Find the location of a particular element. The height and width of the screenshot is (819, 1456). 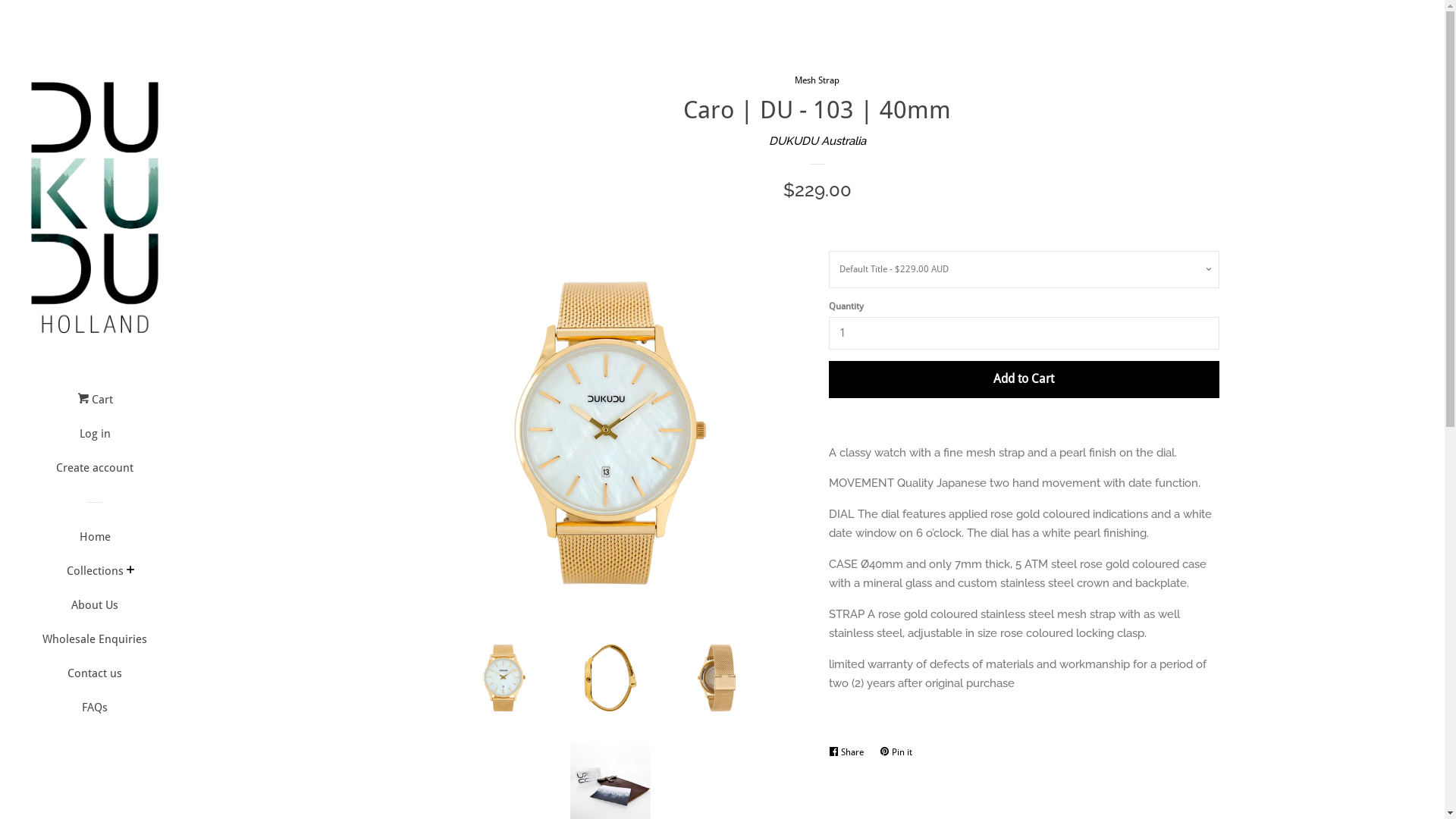

'About Us' is located at coordinates (93, 610).